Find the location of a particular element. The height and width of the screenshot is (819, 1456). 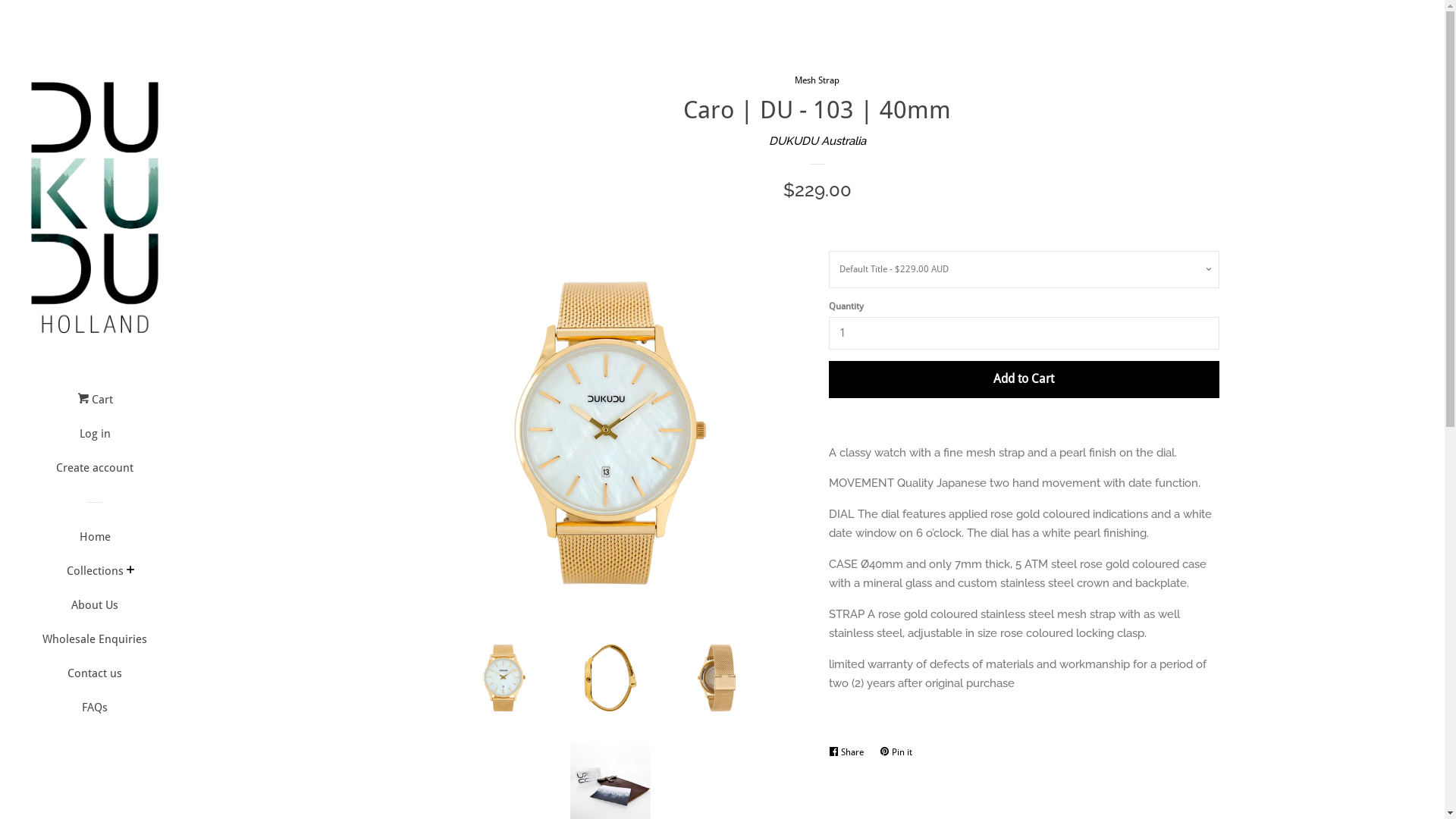

'About Us' is located at coordinates (93, 610).